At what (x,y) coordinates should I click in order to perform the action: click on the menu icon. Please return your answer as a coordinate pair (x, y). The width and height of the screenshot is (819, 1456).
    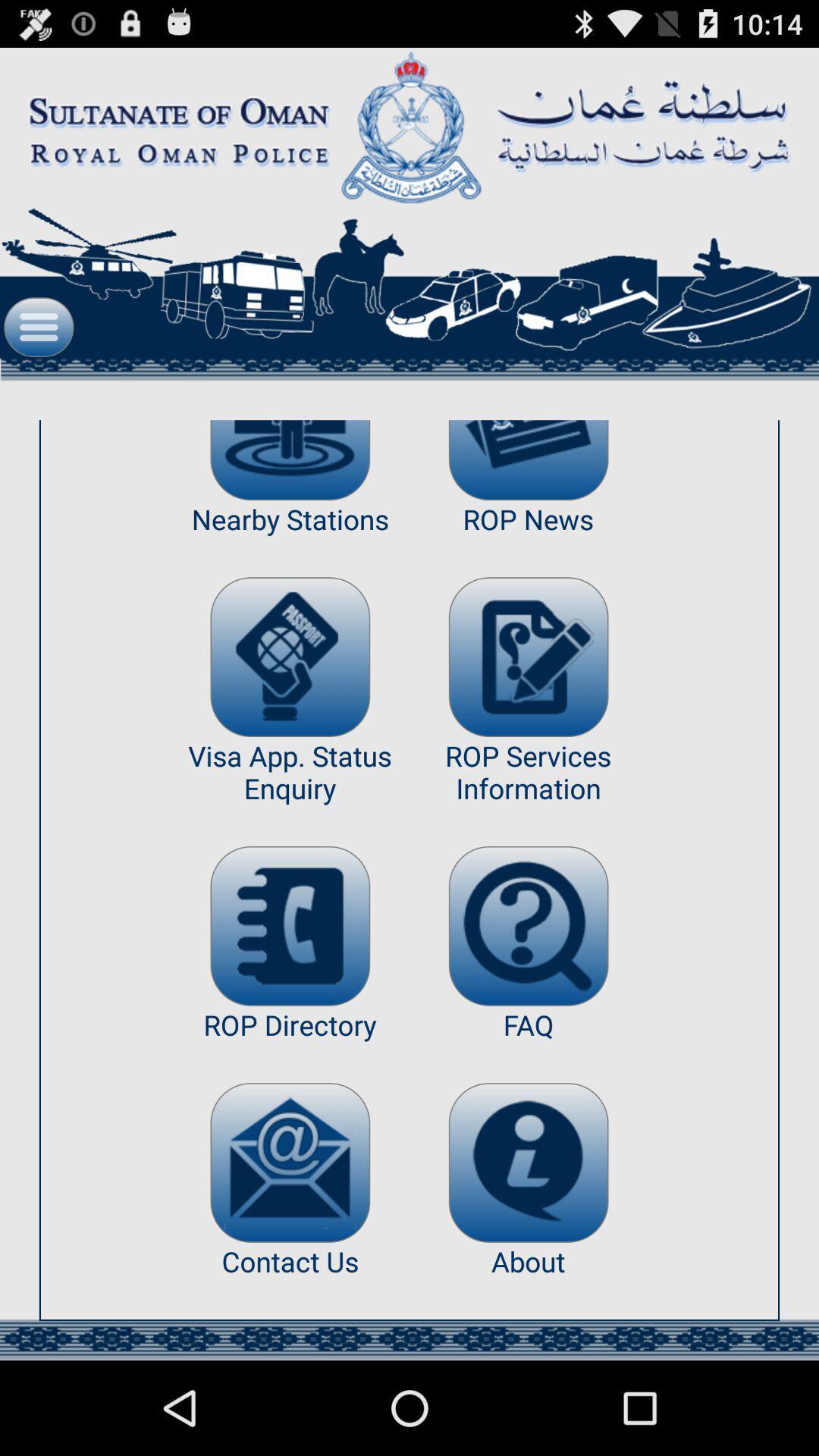
    Looking at the image, I should click on (38, 349).